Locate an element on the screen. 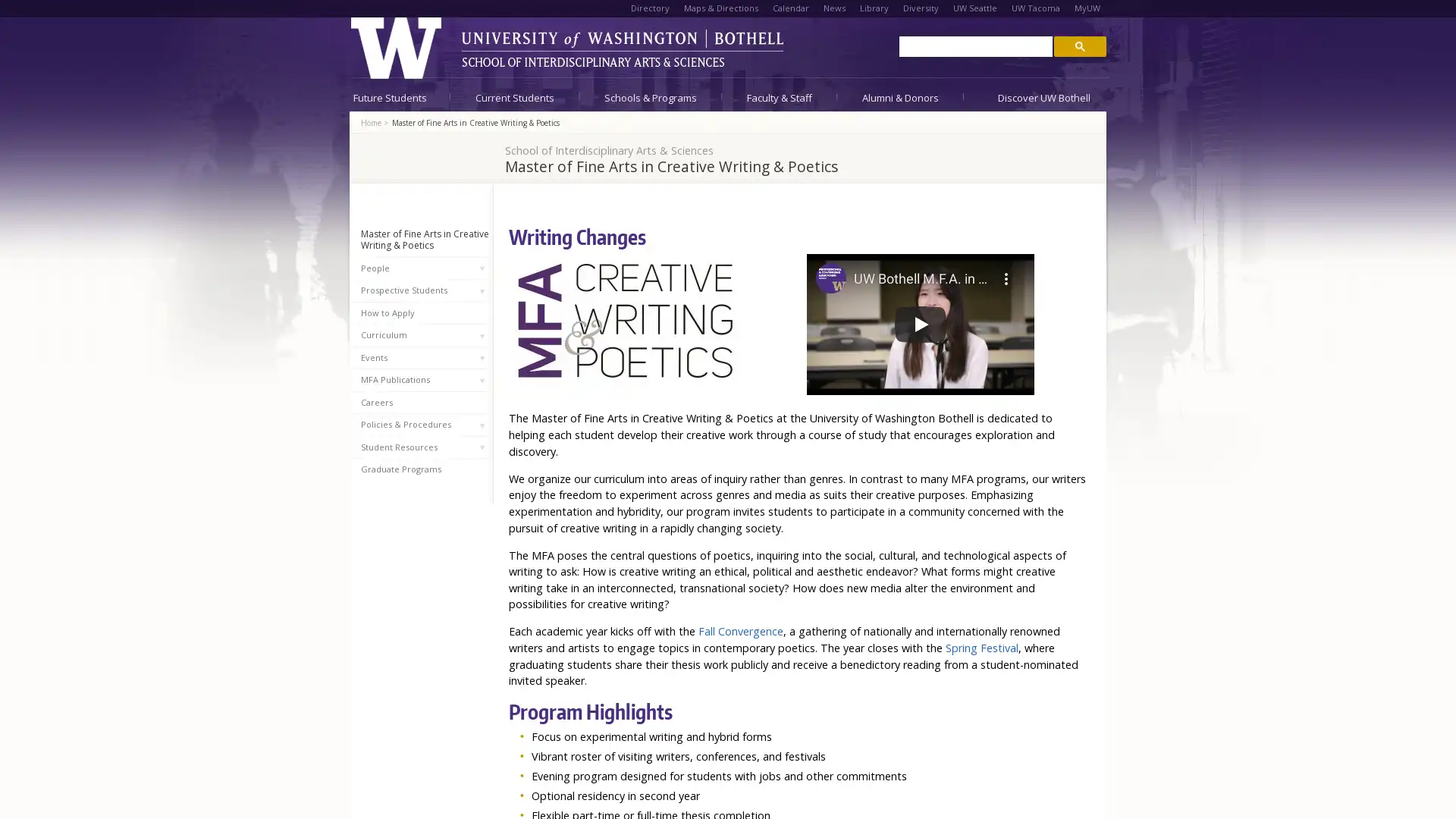 The height and width of the screenshot is (819, 1456). MFA Publications Submenu is located at coordinates (482, 379).